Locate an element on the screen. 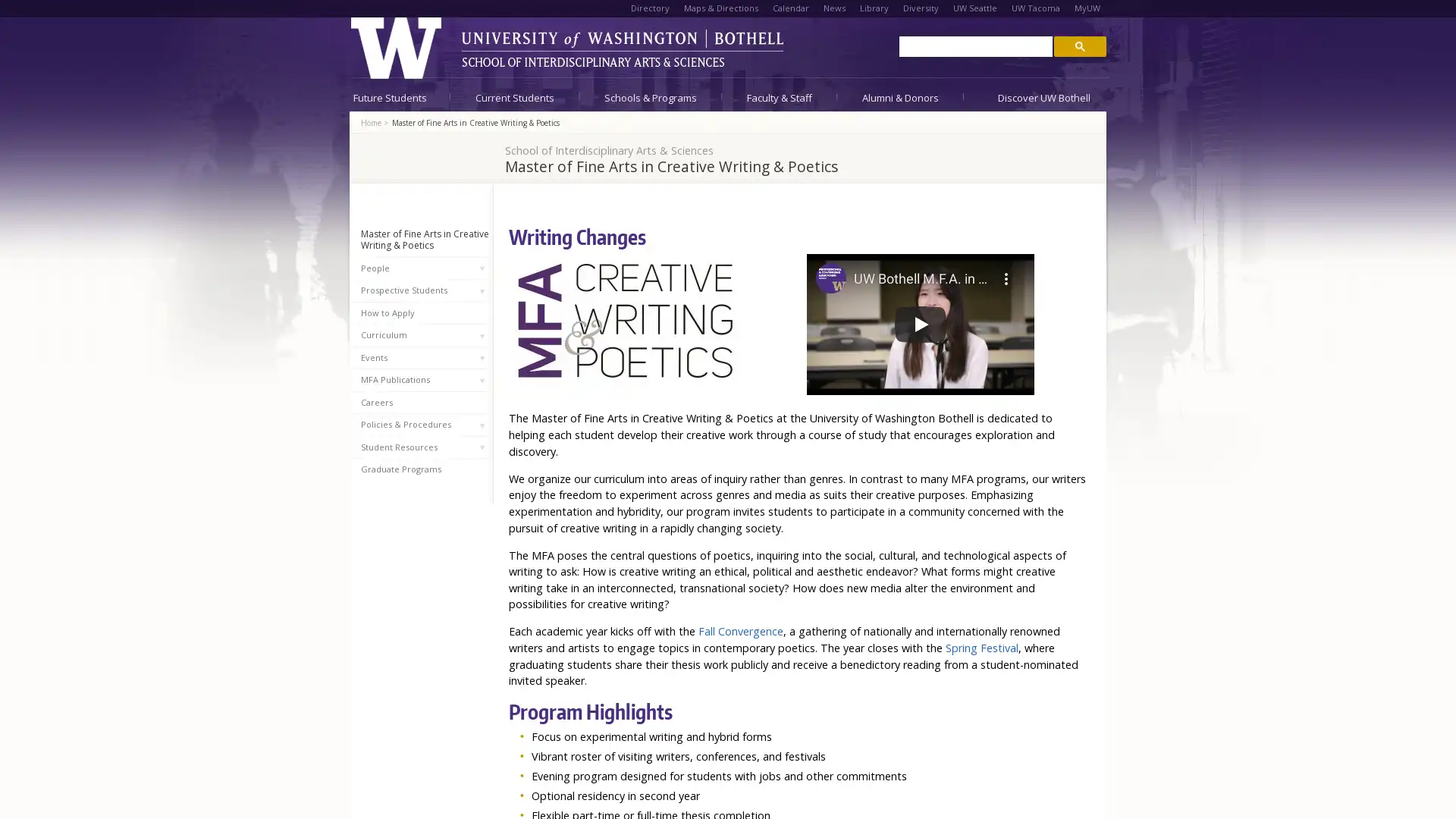 The height and width of the screenshot is (819, 1456). MFA Publications Submenu is located at coordinates (482, 379).